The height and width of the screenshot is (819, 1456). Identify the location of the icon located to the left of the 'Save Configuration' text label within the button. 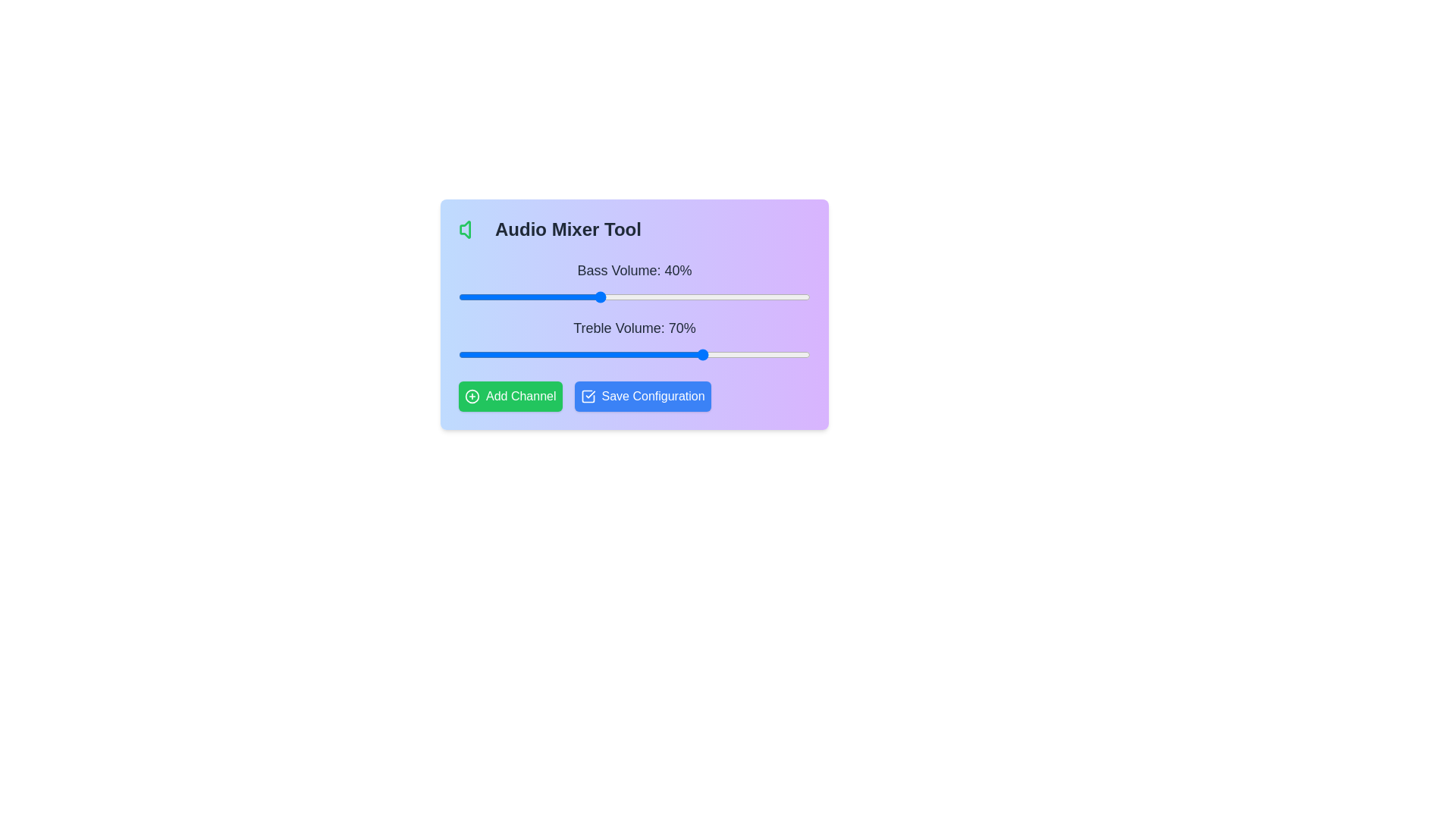
(587, 396).